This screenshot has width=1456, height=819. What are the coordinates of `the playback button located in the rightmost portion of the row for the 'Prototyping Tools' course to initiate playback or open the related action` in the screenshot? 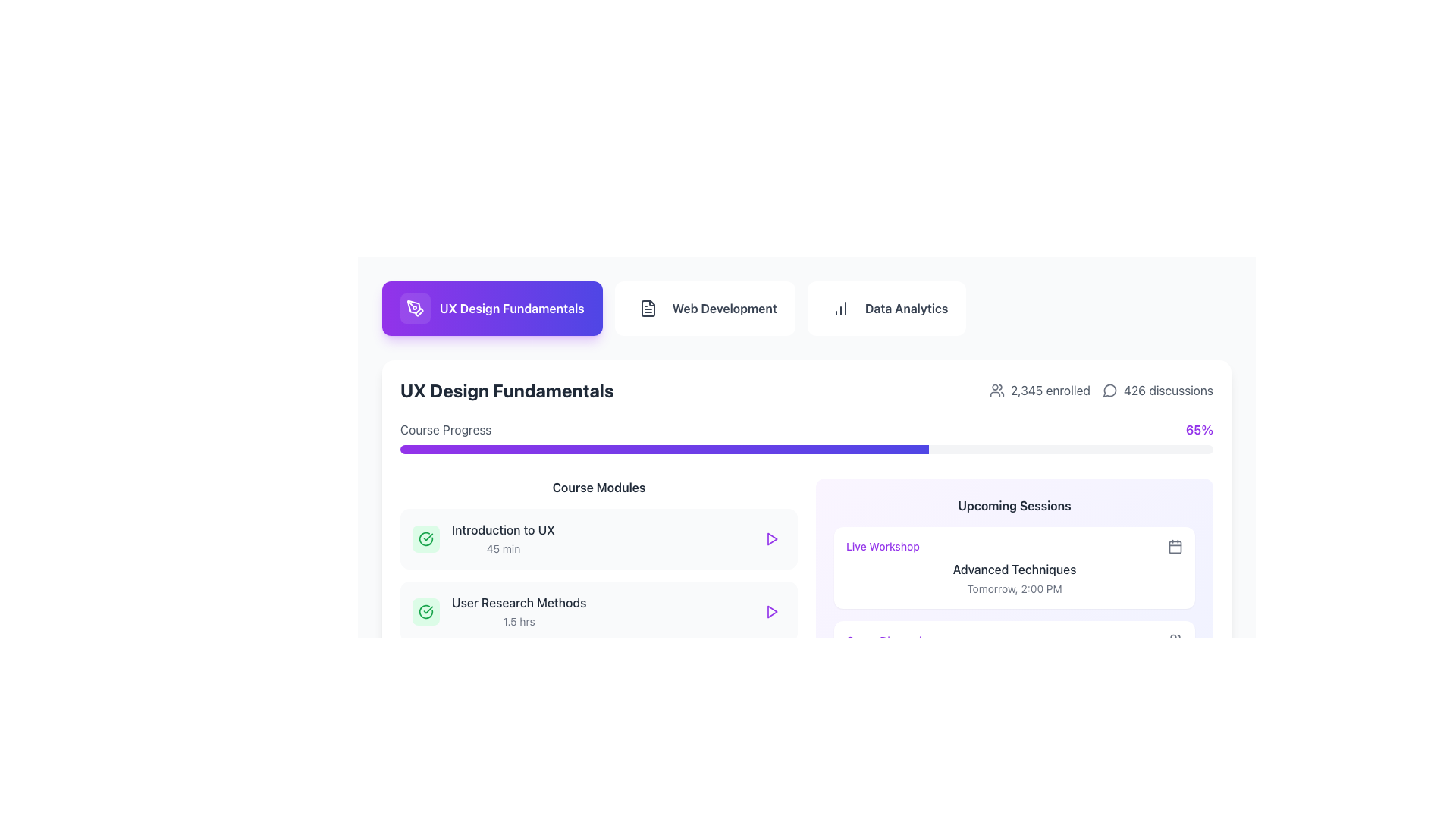 It's located at (771, 758).